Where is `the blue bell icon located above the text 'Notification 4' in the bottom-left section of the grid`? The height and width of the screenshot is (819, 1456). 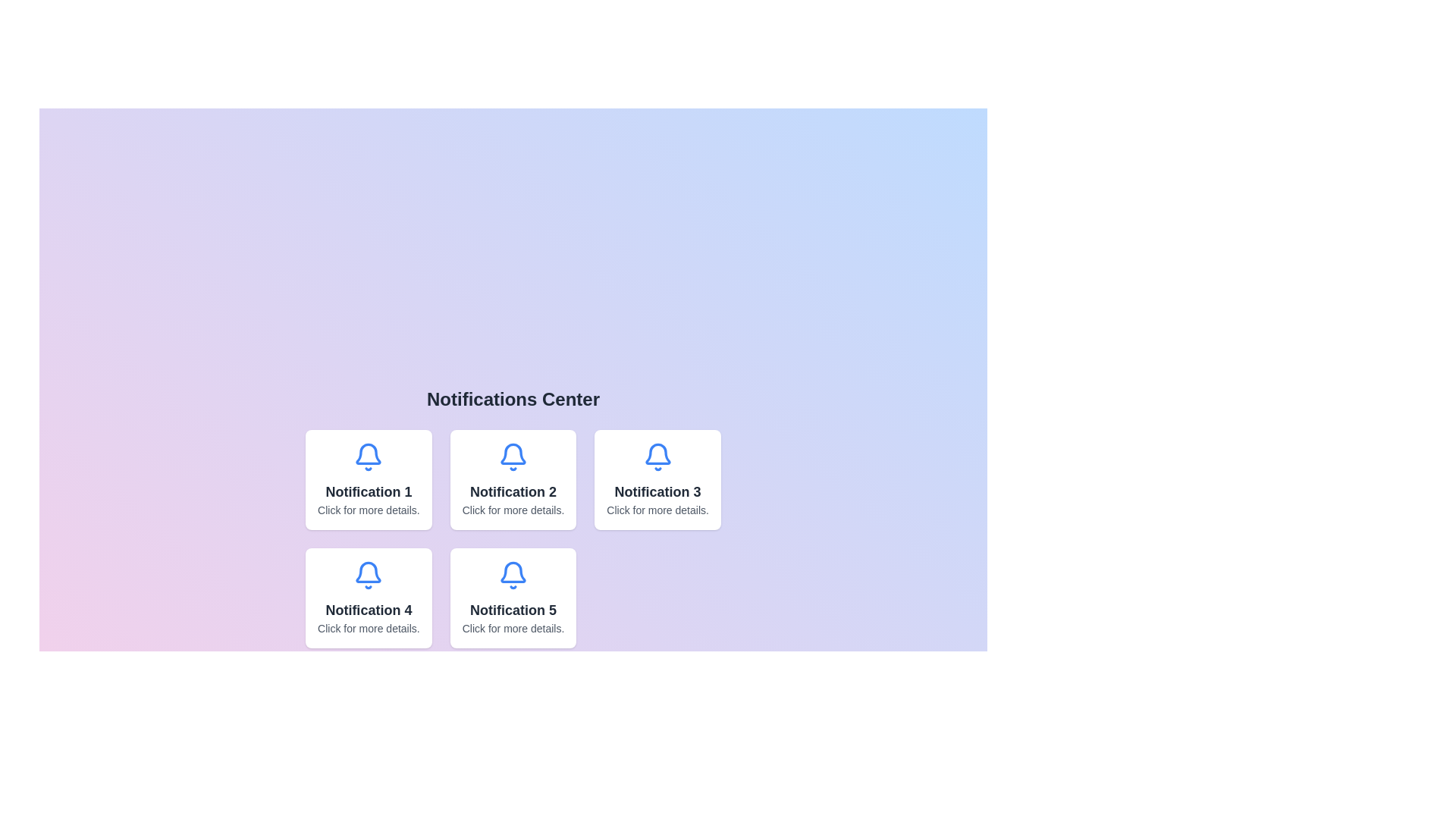 the blue bell icon located above the text 'Notification 4' in the bottom-left section of the grid is located at coordinates (369, 572).